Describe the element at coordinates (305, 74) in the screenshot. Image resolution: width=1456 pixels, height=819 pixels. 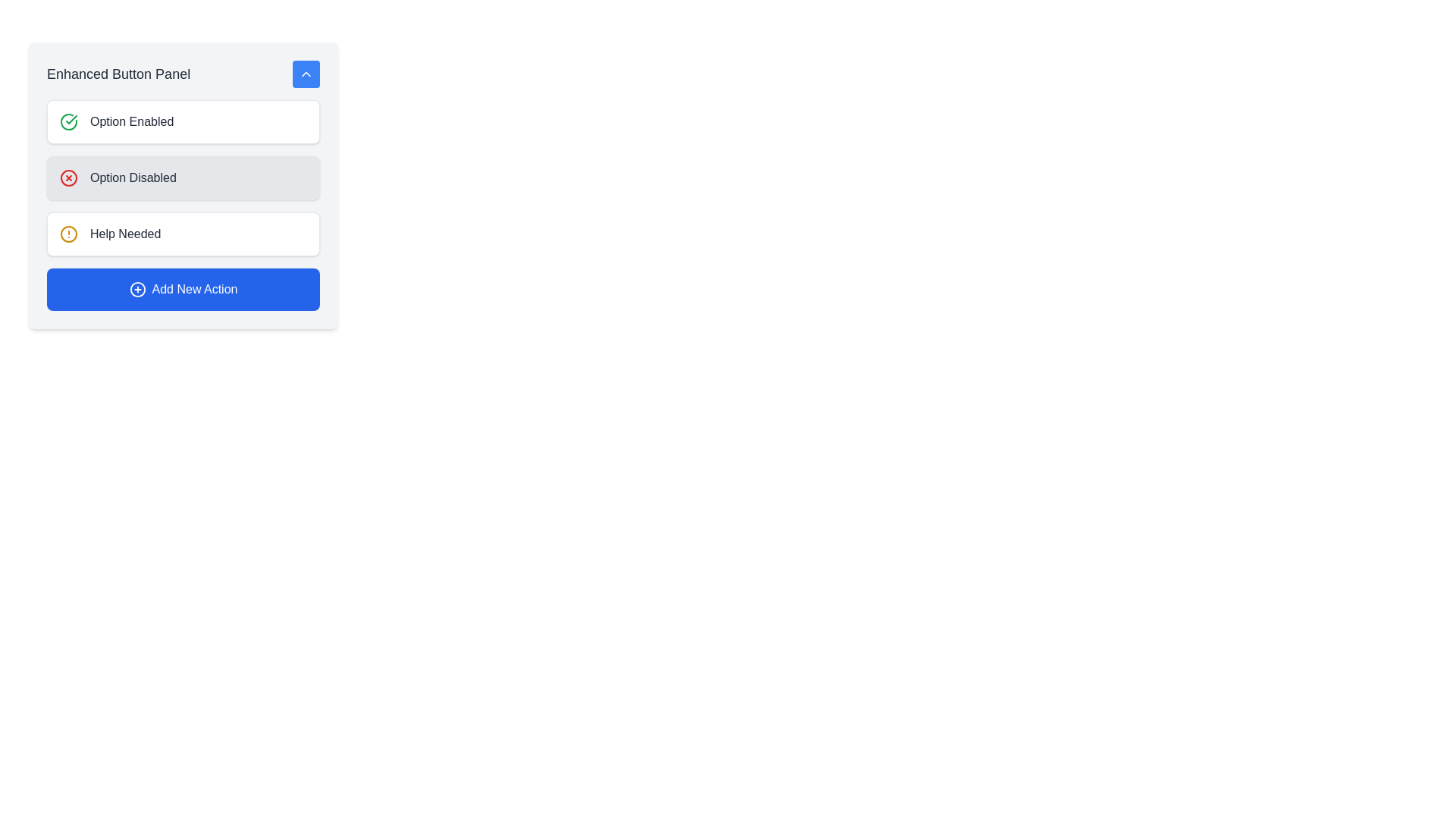
I see `the upward-pointing chevron icon located on the rounded blue button at the top-right of the 'Enhanced Button Panel'` at that location.